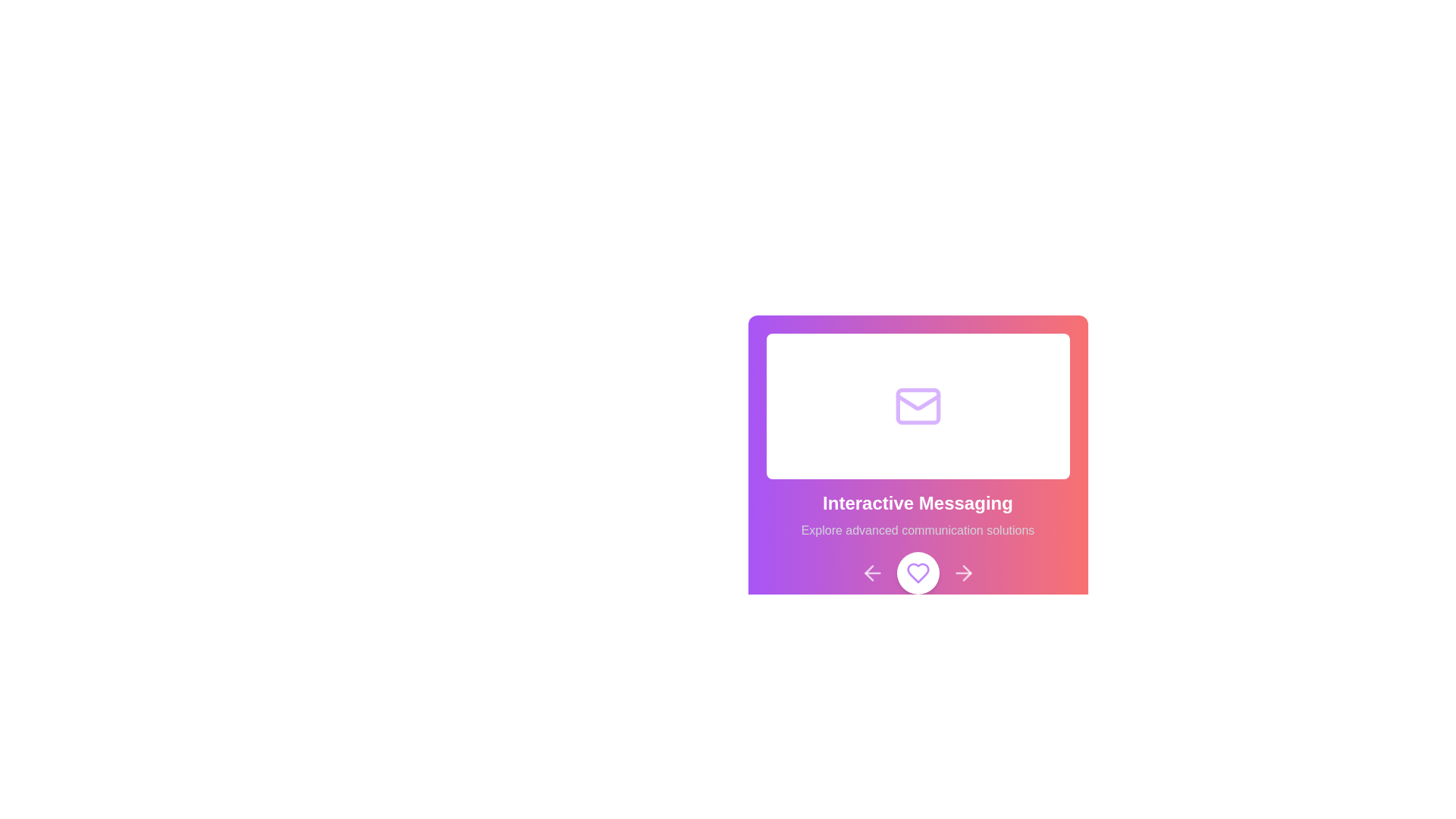 The height and width of the screenshot is (819, 1456). What do you see at coordinates (917, 406) in the screenshot?
I see `the purple envelope icon representing the email or messaging feature` at bounding box center [917, 406].